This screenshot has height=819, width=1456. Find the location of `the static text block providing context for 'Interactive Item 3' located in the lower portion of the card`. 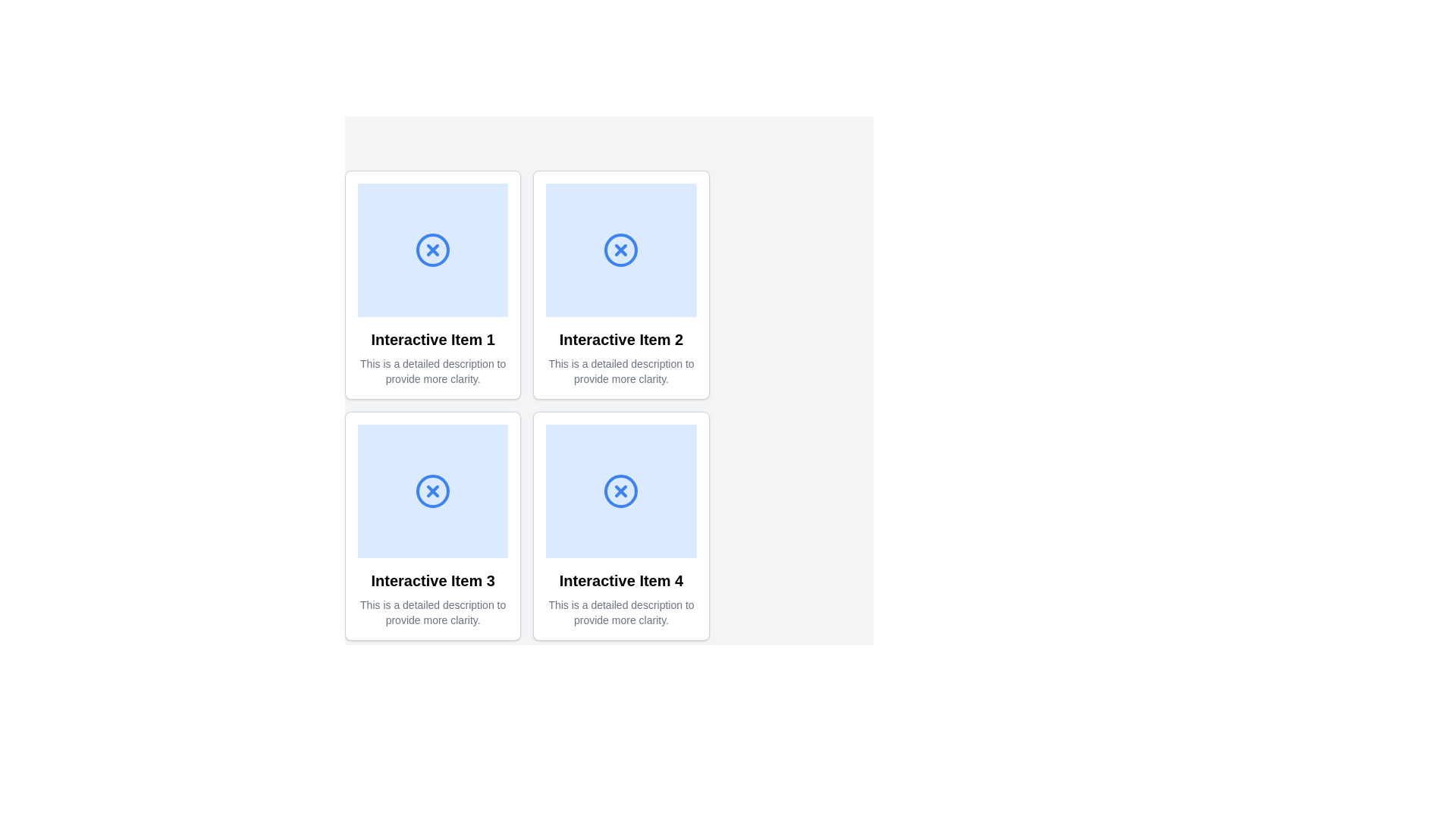

the static text block providing context for 'Interactive Item 3' located in the lower portion of the card is located at coordinates (432, 611).